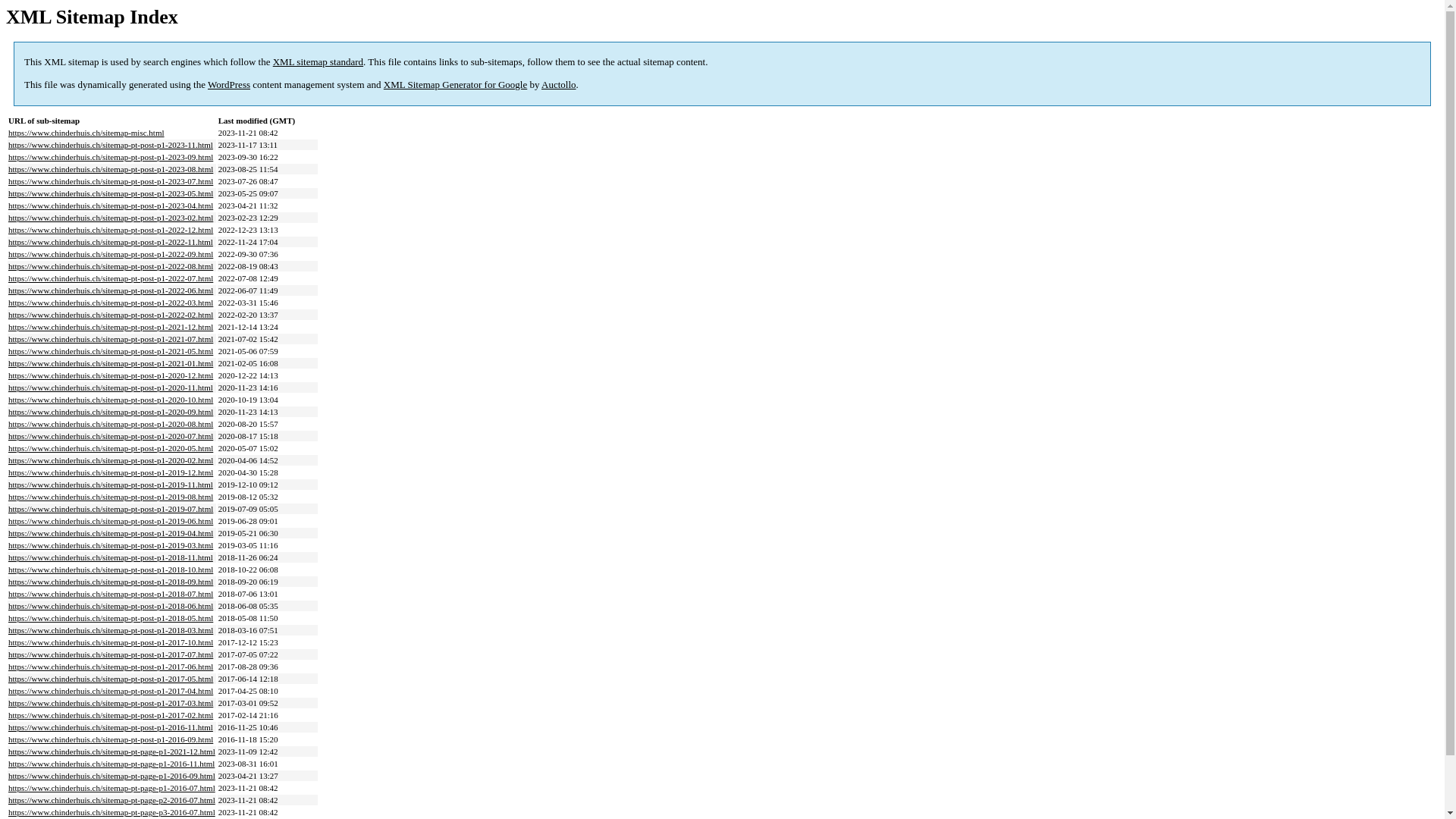 This screenshot has height=819, width=1456. I want to click on 'https://www.chinderhuis.ch/sitemap-pt-post-p1-2017-03.html', so click(109, 702).